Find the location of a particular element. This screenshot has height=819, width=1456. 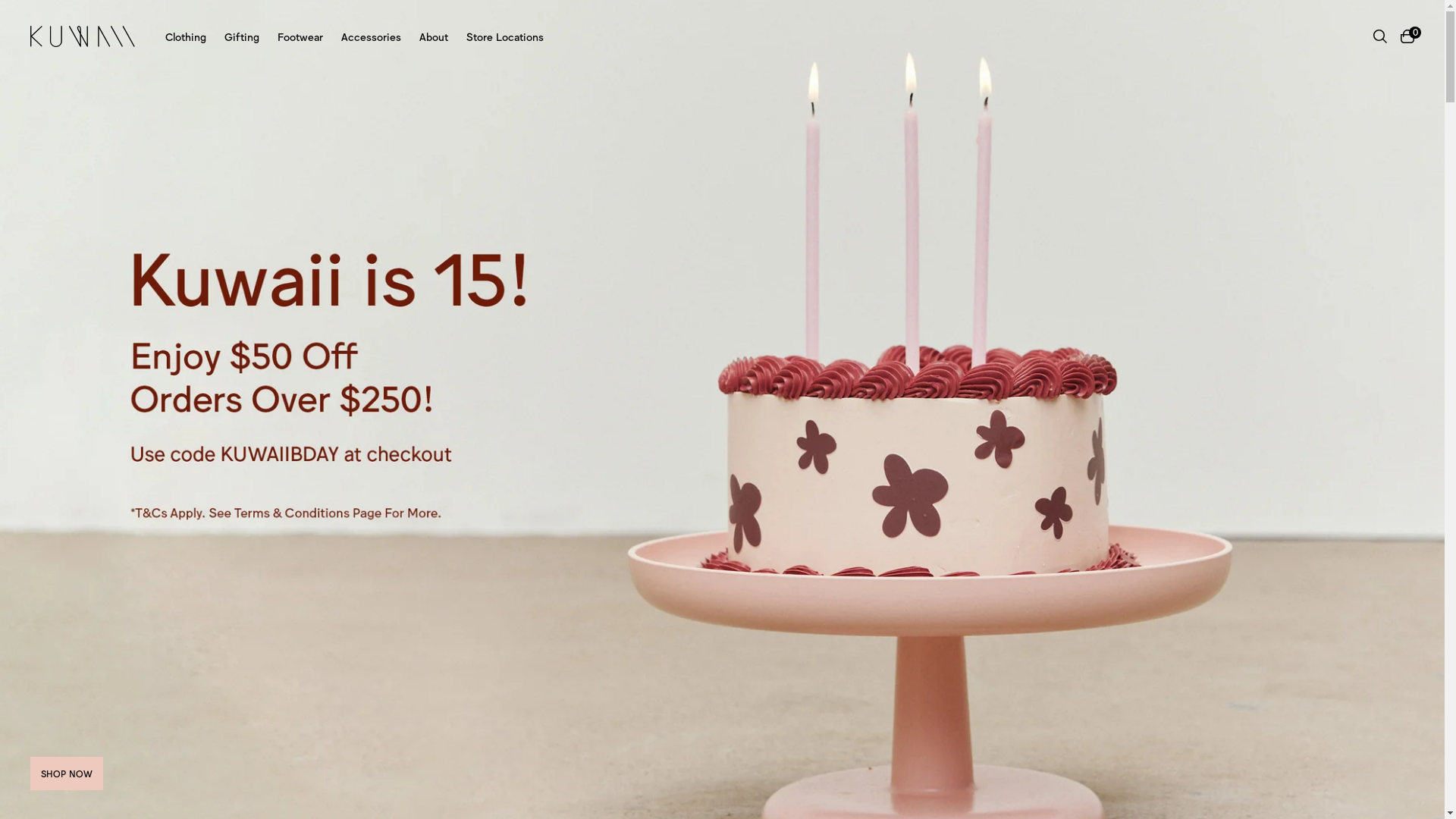

'Gifting' is located at coordinates (240, 35).